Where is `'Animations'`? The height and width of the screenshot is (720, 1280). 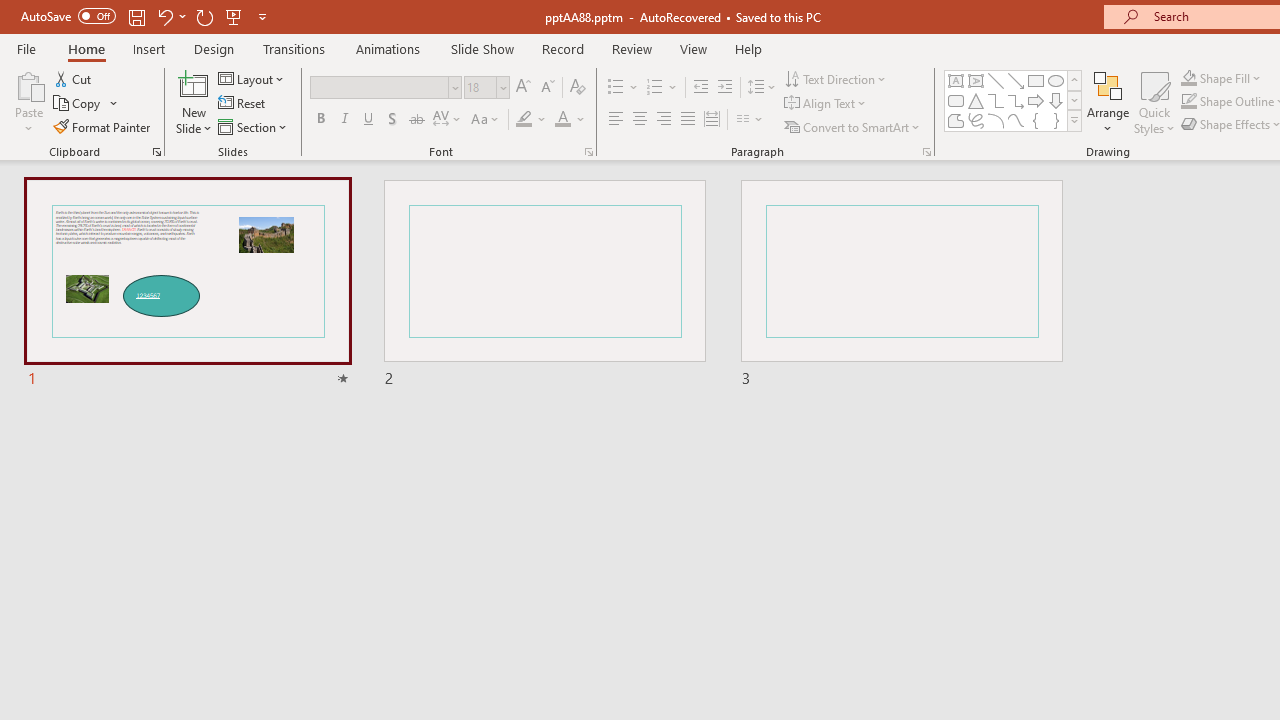 'Animations' is located at coordinates (388, 48).